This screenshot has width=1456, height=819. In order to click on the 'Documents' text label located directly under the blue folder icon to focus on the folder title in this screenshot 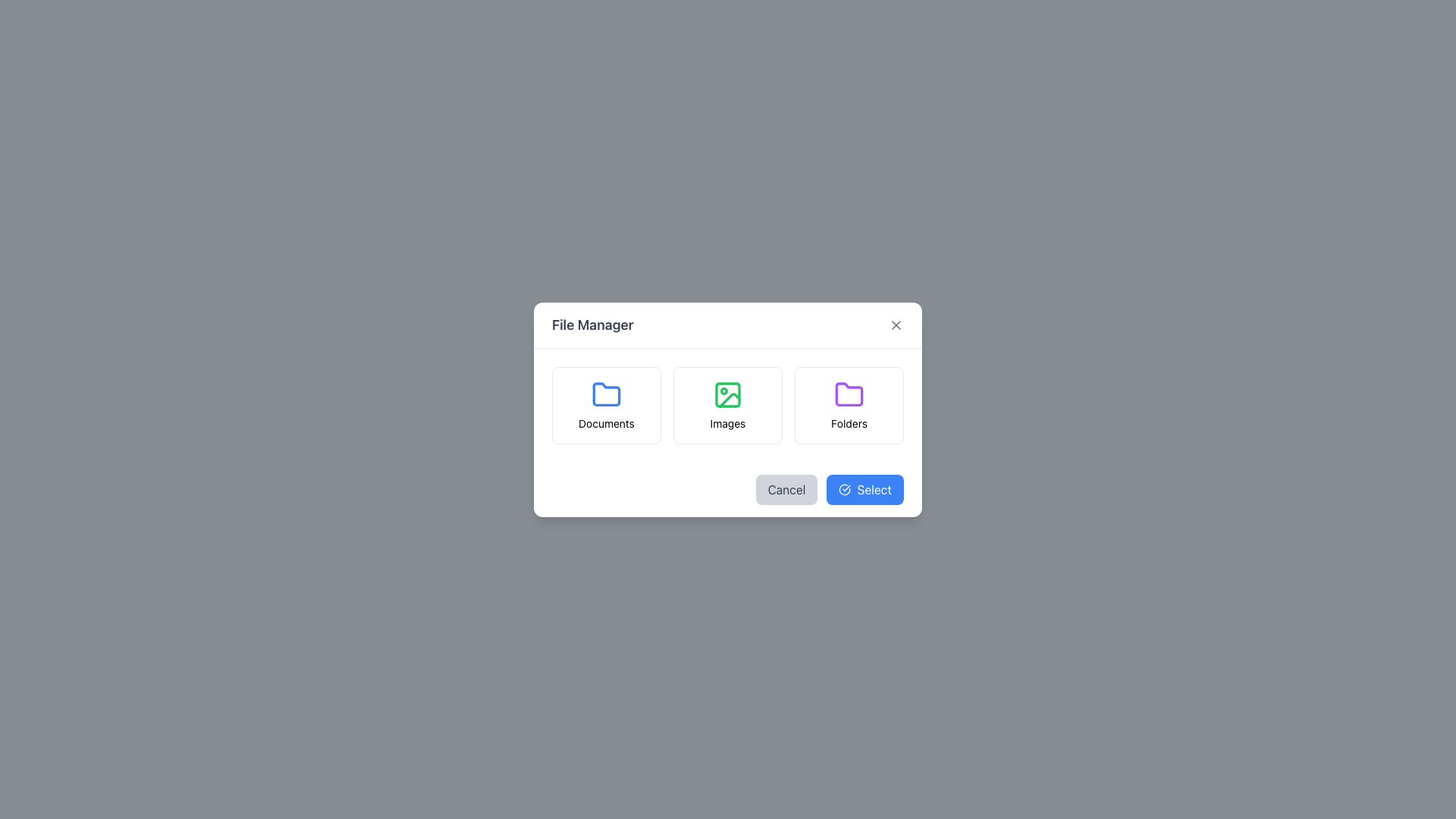, I will do `click(607, 423)`.